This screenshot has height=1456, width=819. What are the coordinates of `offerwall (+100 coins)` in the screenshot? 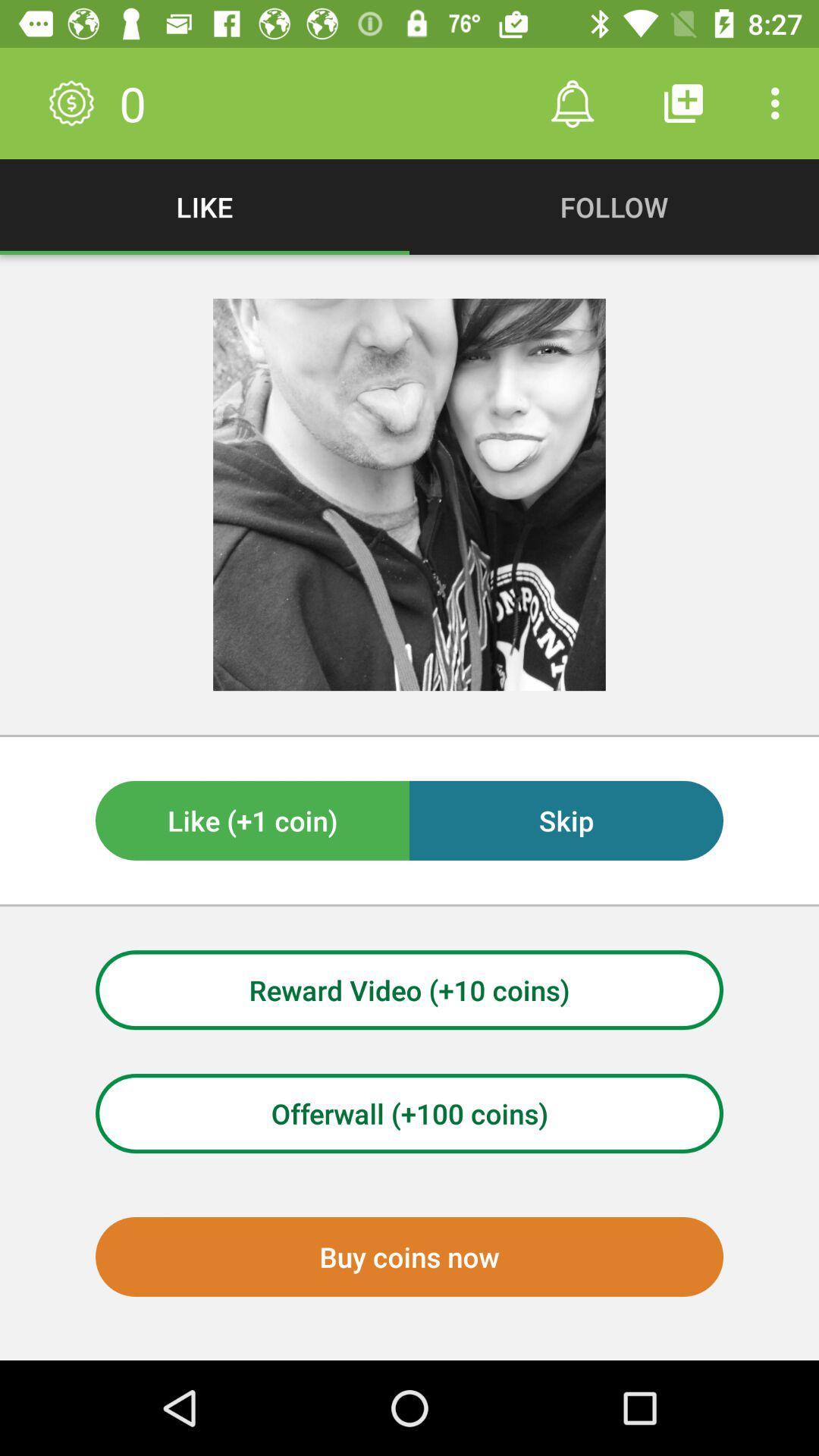 It's located at (409, 1113).